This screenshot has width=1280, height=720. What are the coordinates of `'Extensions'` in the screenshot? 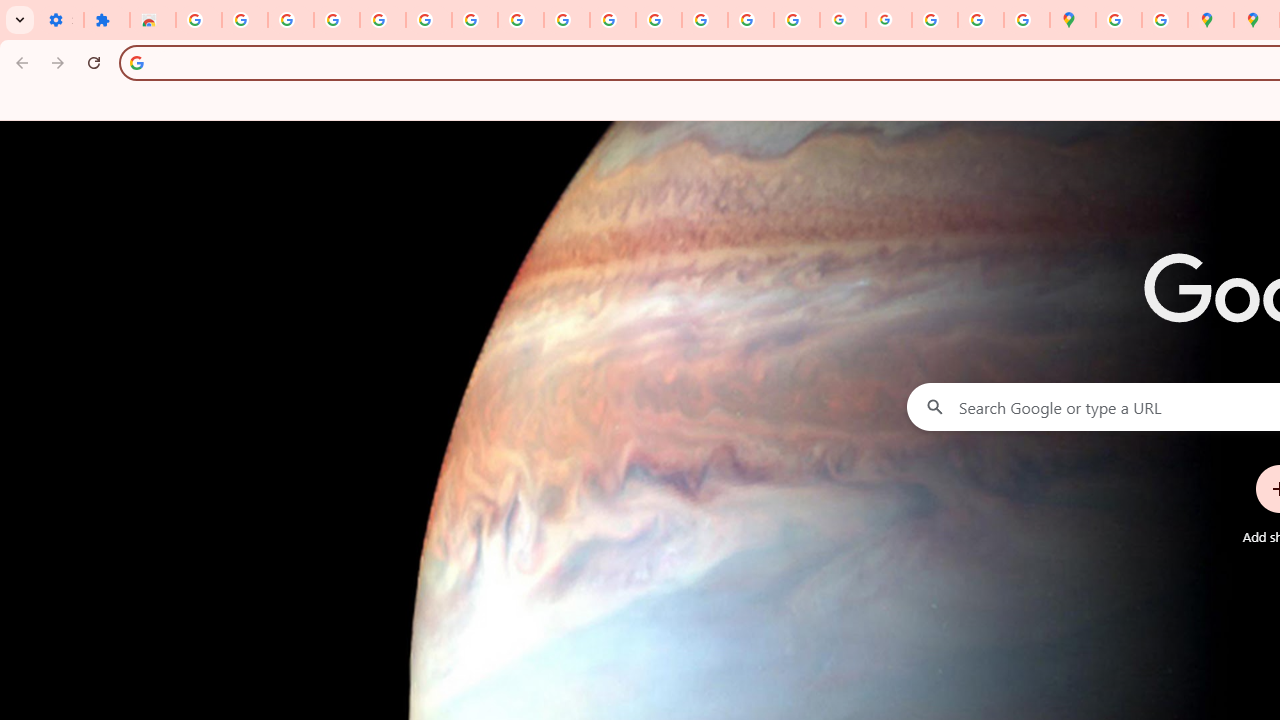 It's located at (106, 20).